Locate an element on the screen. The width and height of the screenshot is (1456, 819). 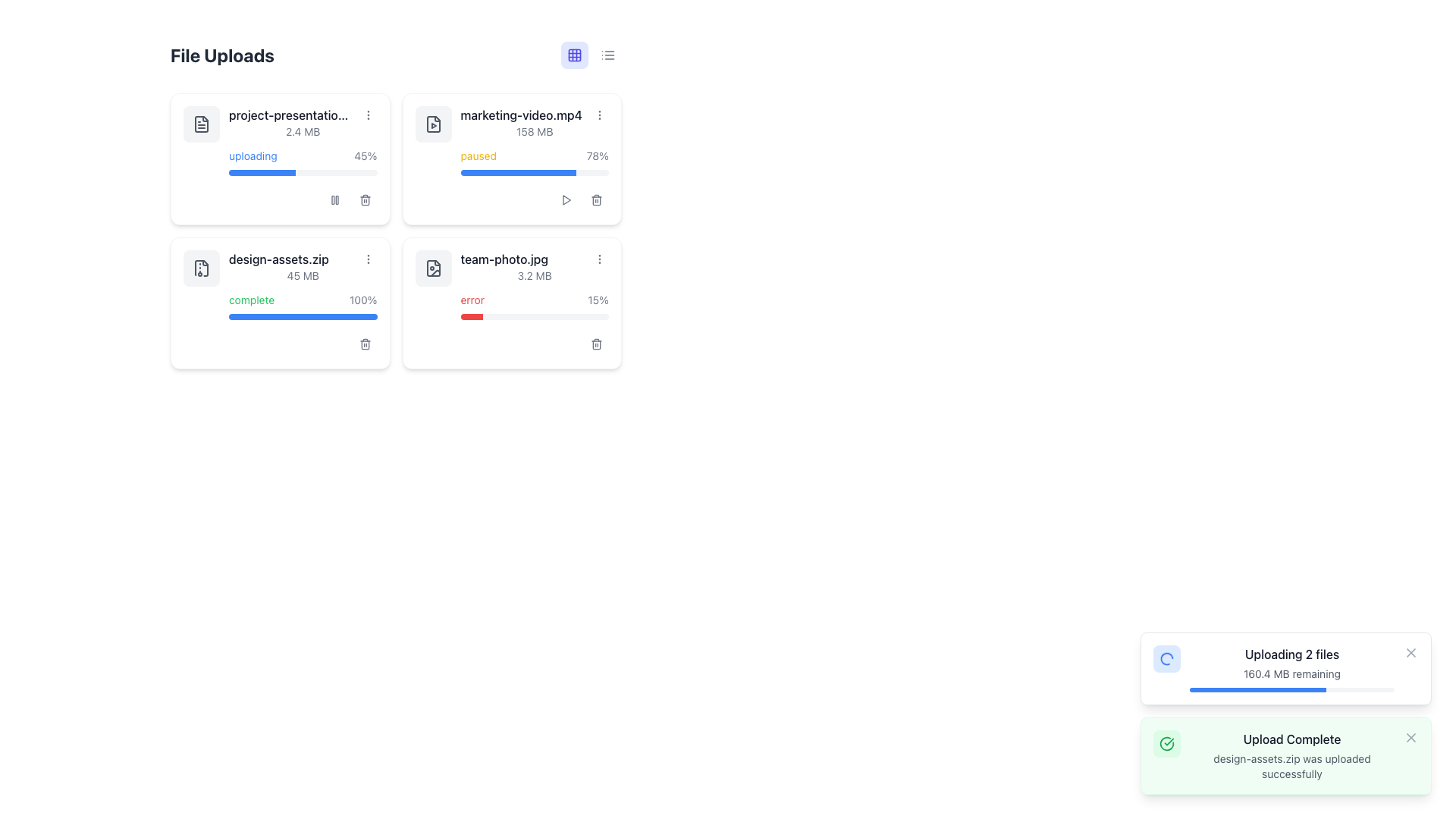
the trash can icon button located at the bottom right corner of the 'team-photo.jpg' card is located at coordinates (596, 199).